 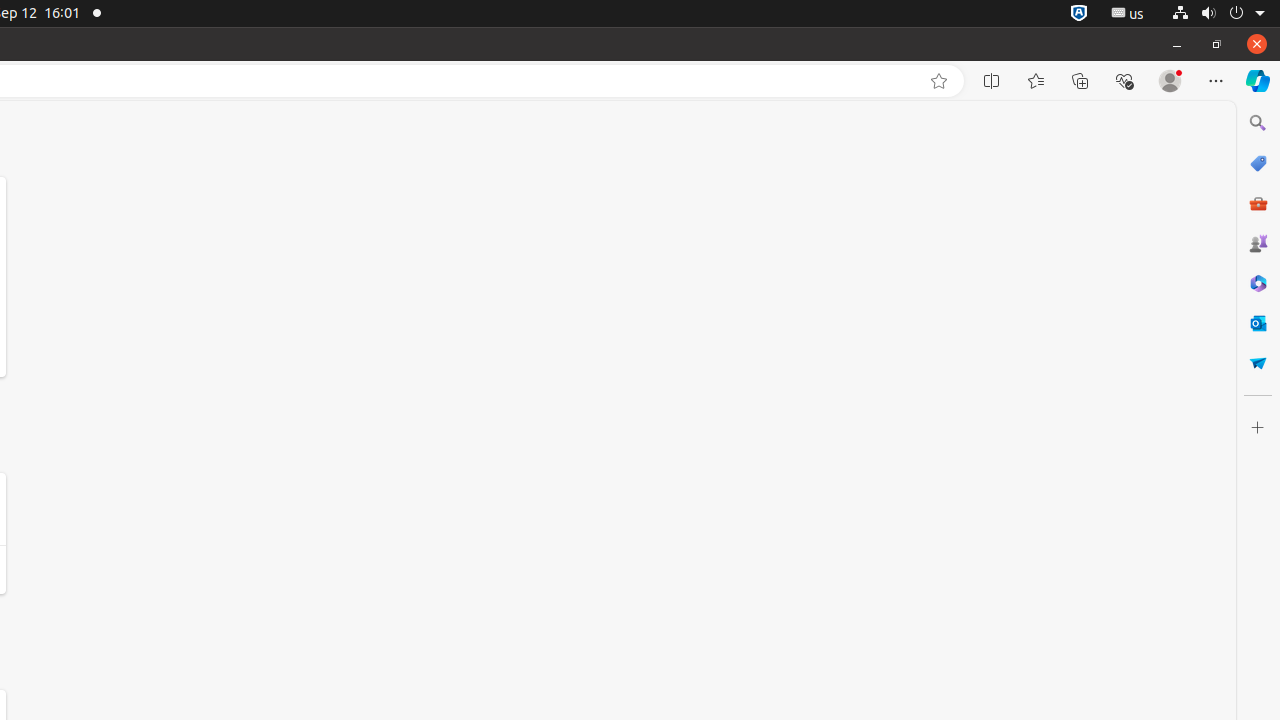 I want to click on 'Settings and more (Alt+F)', so click(x=1215, y=80).